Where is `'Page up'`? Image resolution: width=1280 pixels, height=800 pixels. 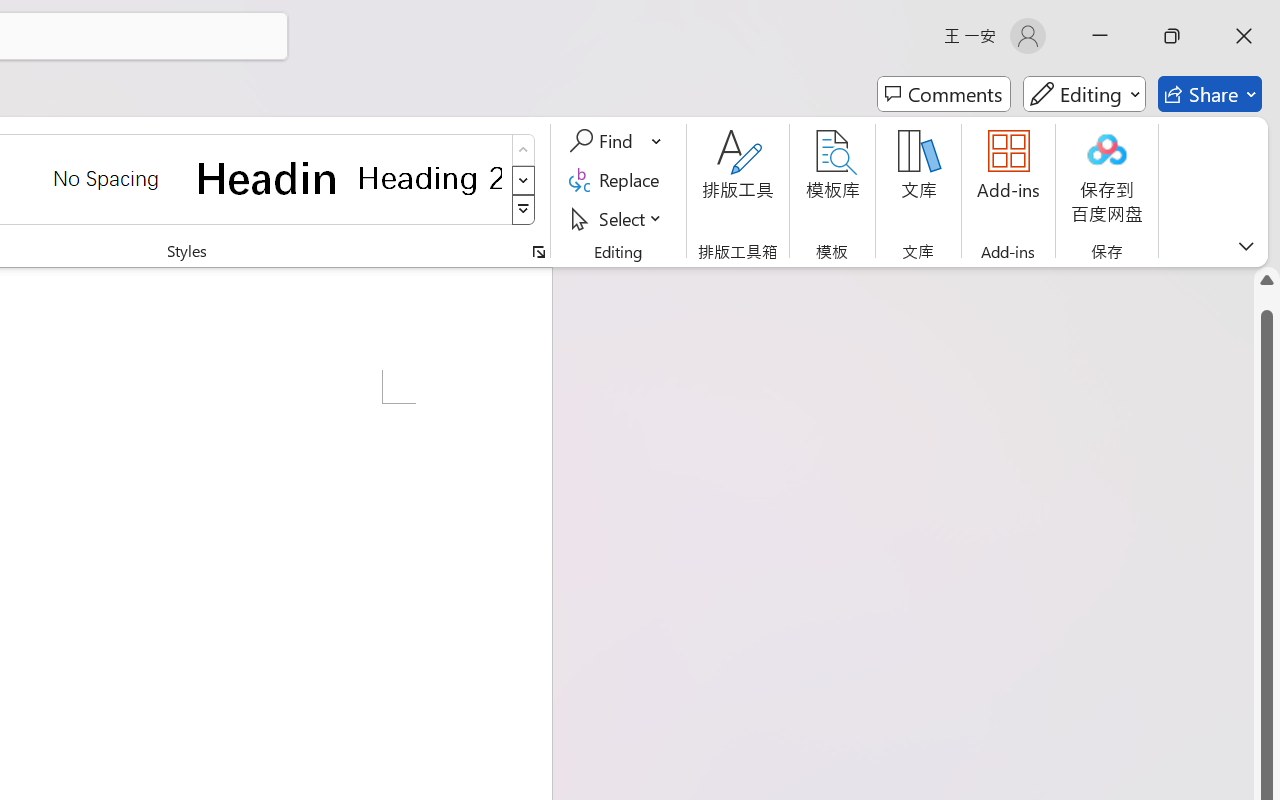 'Page up' is located at coordinates (1266, 300).